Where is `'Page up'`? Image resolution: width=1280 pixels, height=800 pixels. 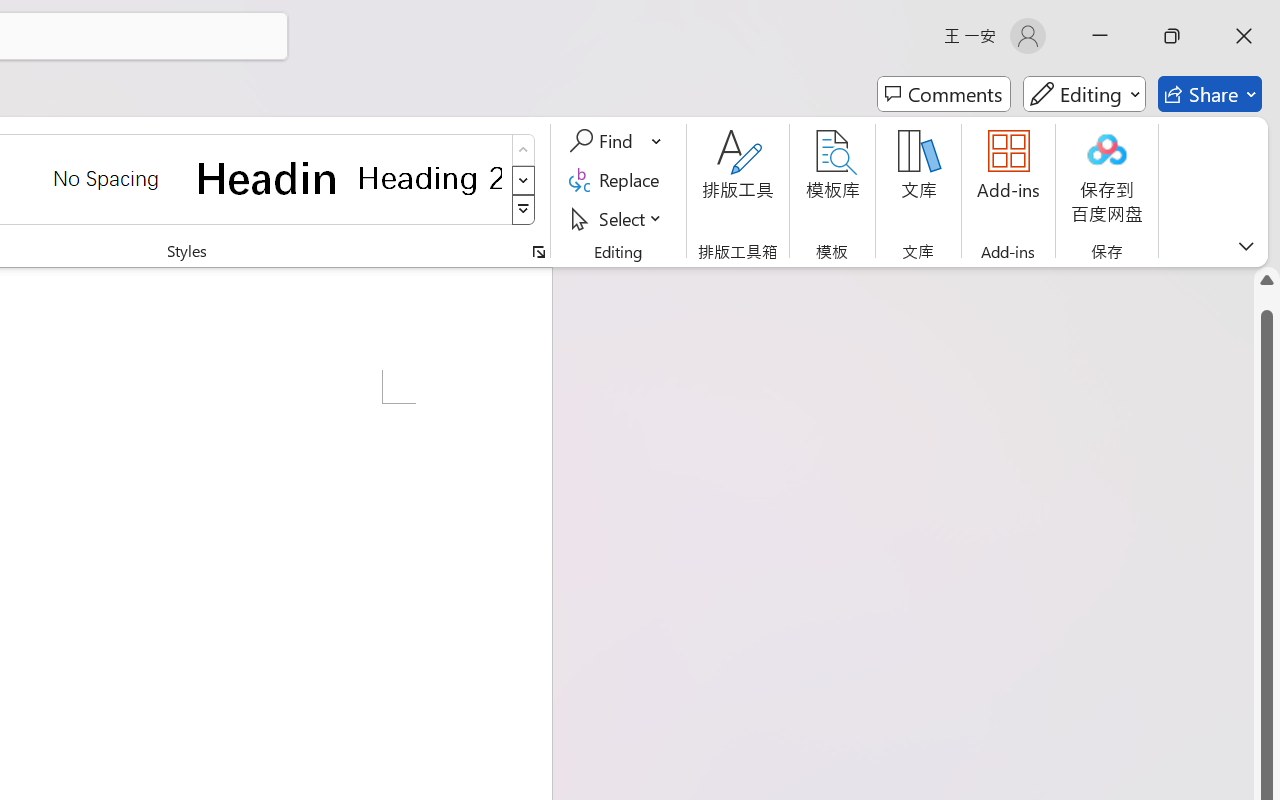 'Page up' is located at coordinates (1266, 300).